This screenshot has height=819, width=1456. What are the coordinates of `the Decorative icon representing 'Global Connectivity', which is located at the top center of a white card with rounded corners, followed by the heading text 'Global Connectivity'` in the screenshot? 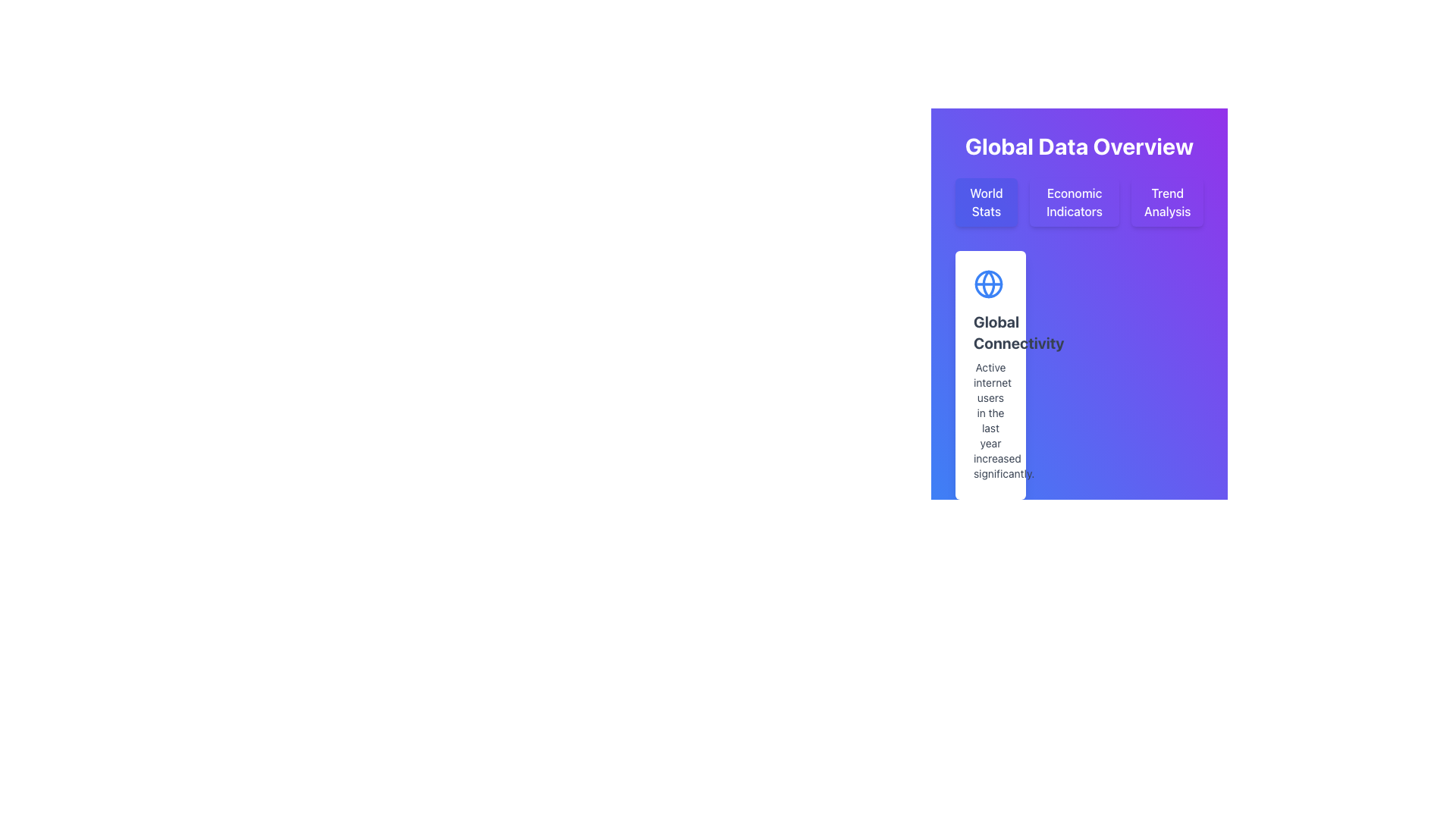 It's located at (989, 284).